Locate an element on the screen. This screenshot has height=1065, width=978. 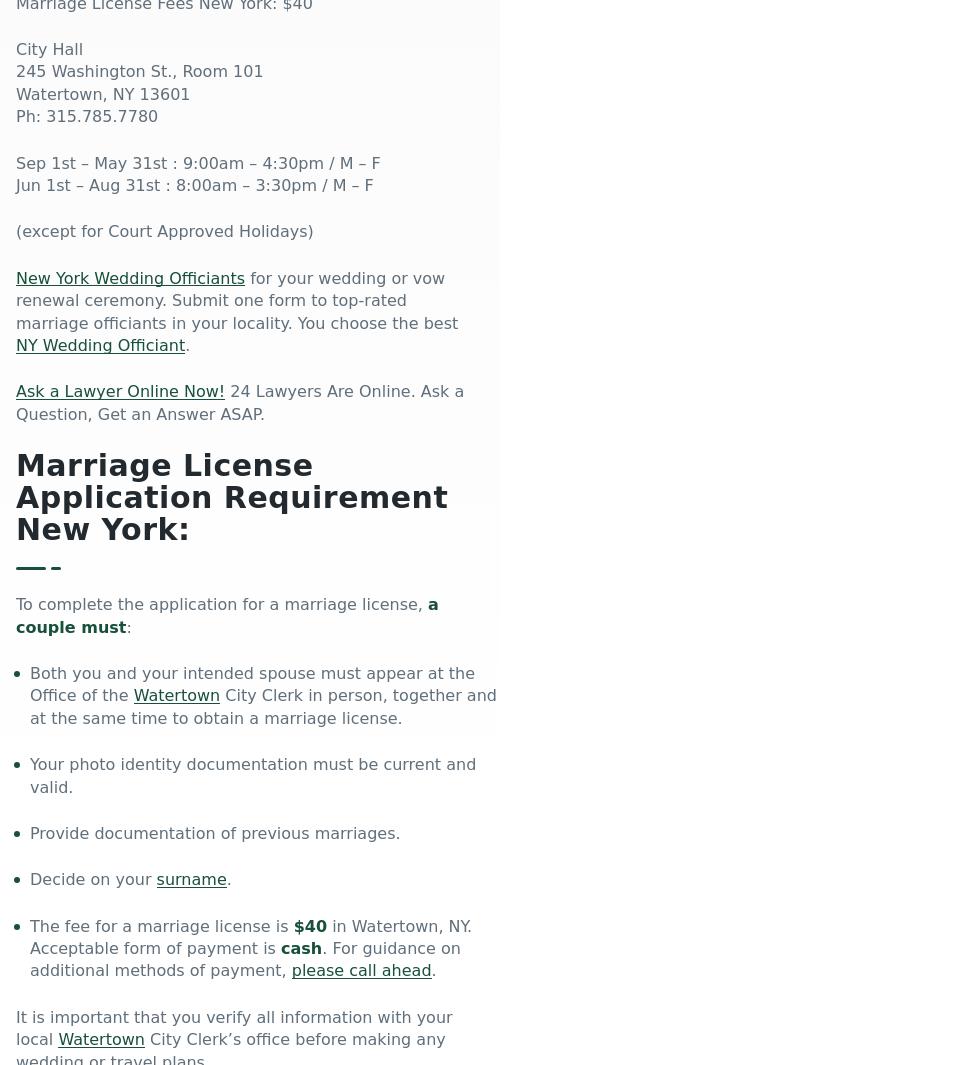
'To complete the application for a marriage license,' is located at coordinates (222, 604).